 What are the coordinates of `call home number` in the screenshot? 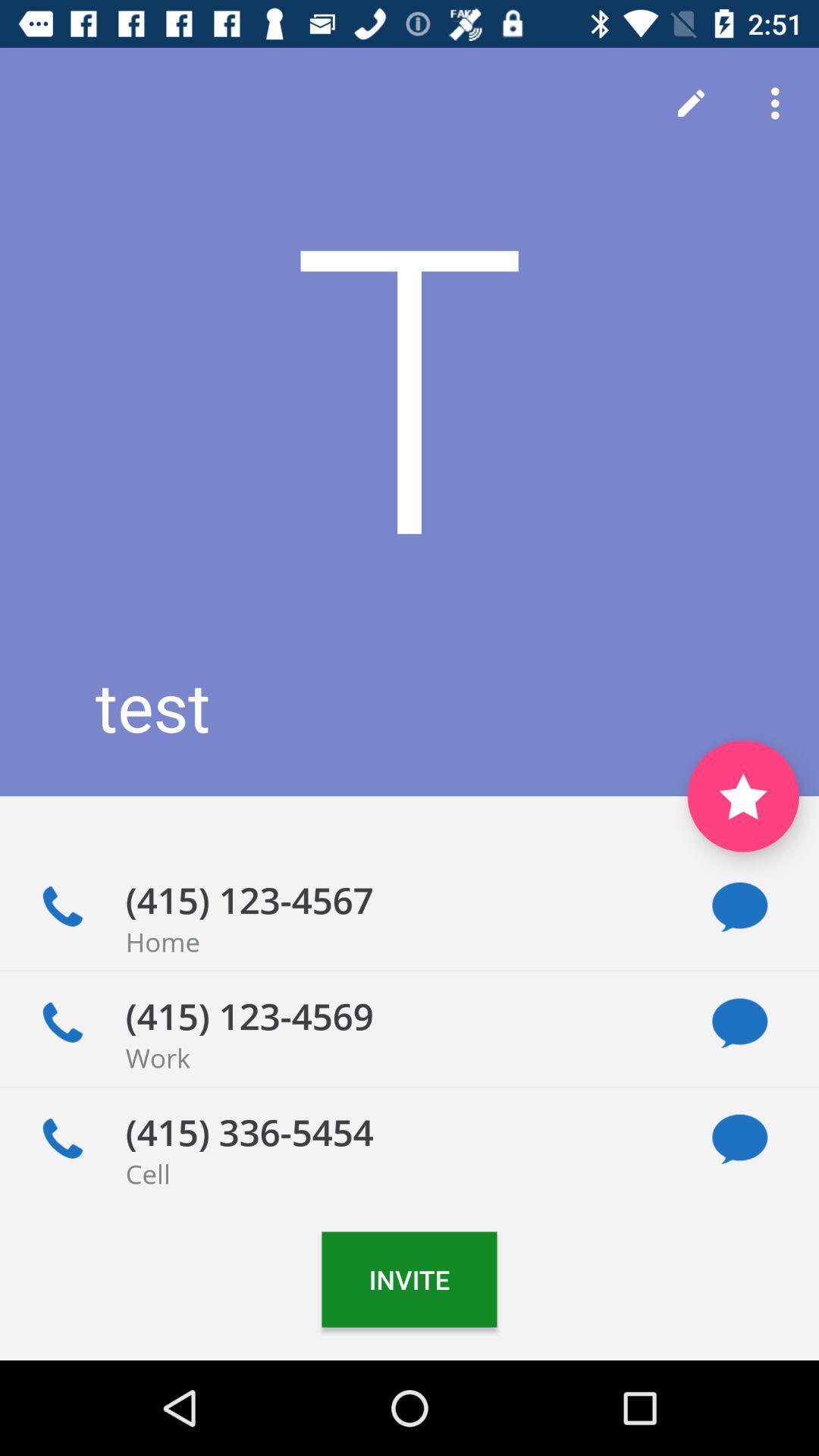 It's located at (61, 907).